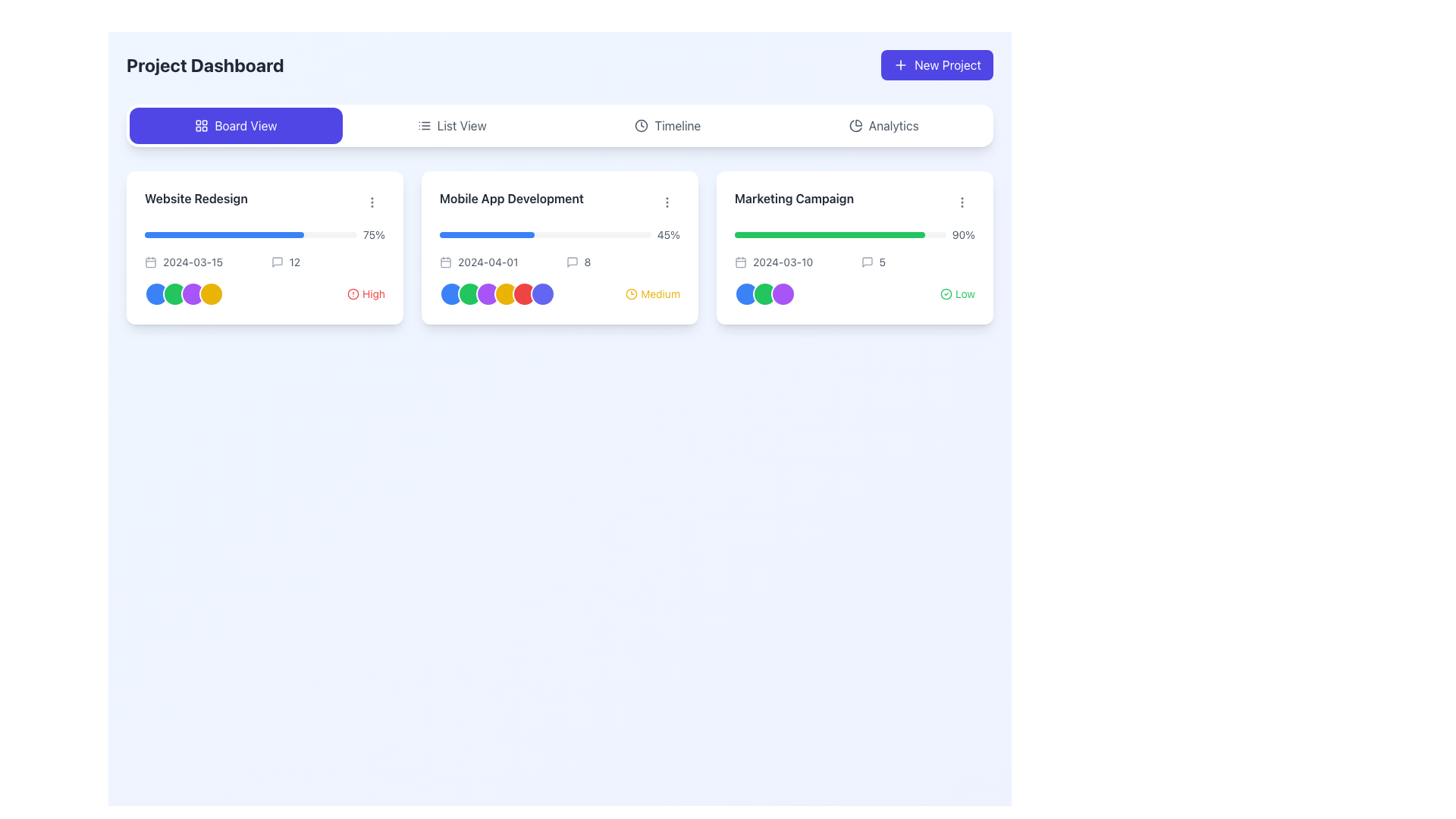 Image resolution: width=1456 pixels, height=819 pixels. I want to click on the high priority text label indicating significance, which is positioned to the right of a red circular alert icon within the 'Website Redesign' card, so click(374, 294).